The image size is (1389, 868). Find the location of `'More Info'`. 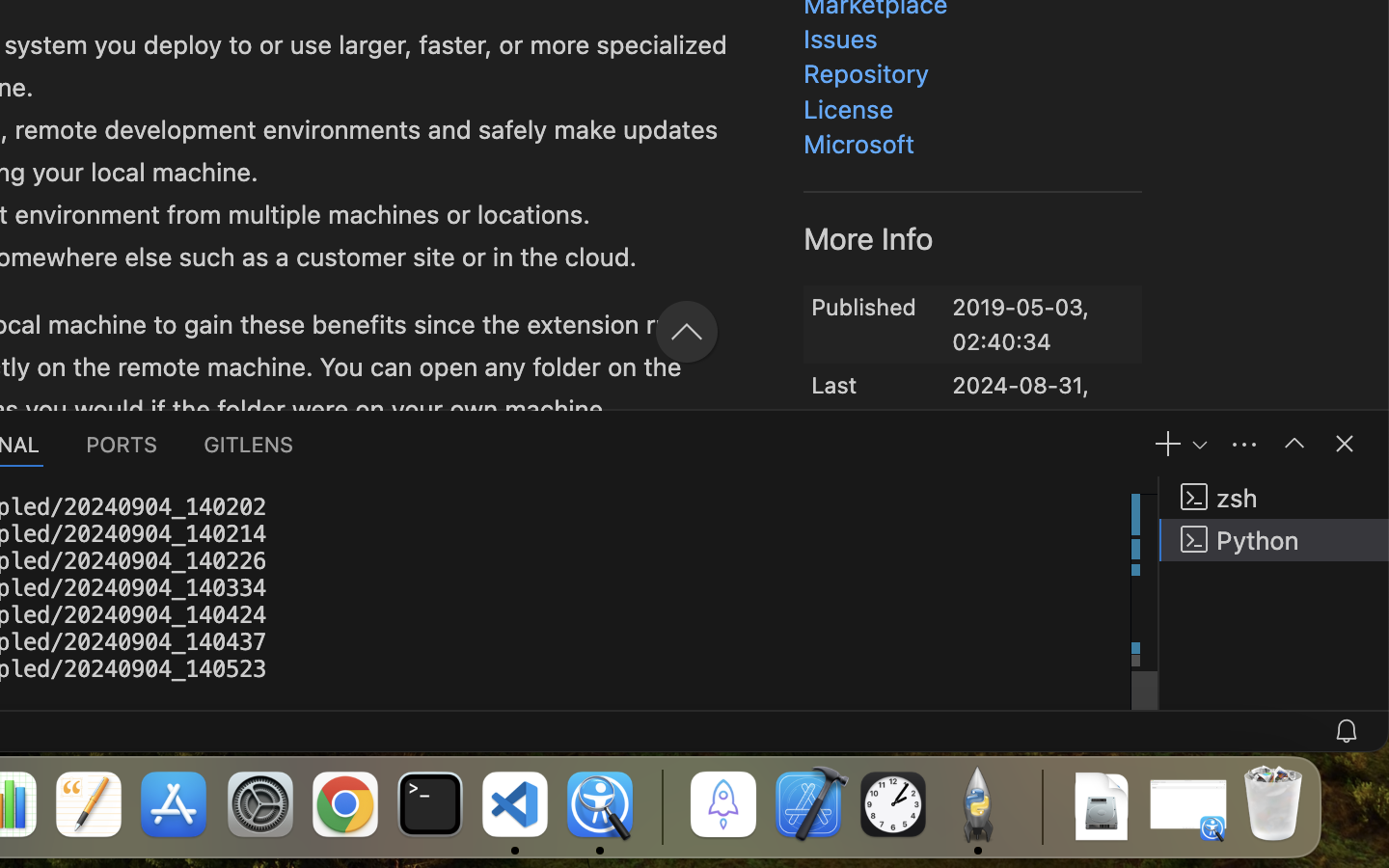

'More Info' is located at coordinates (869, 236).